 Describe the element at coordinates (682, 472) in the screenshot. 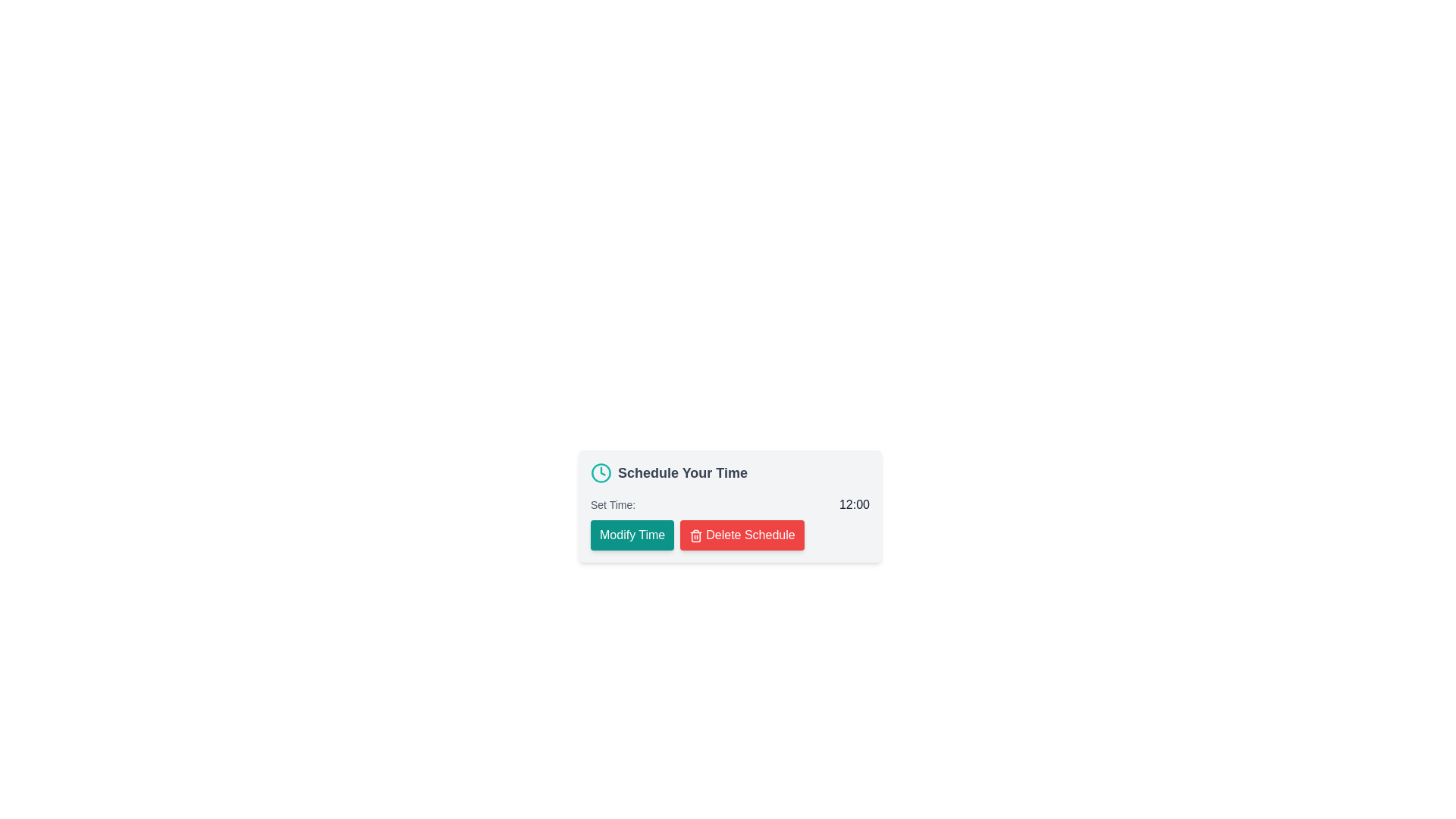

I see `the text label that serves as the header for the scheduling section, located between a clock icon on the left and a time display on the right` at that location.